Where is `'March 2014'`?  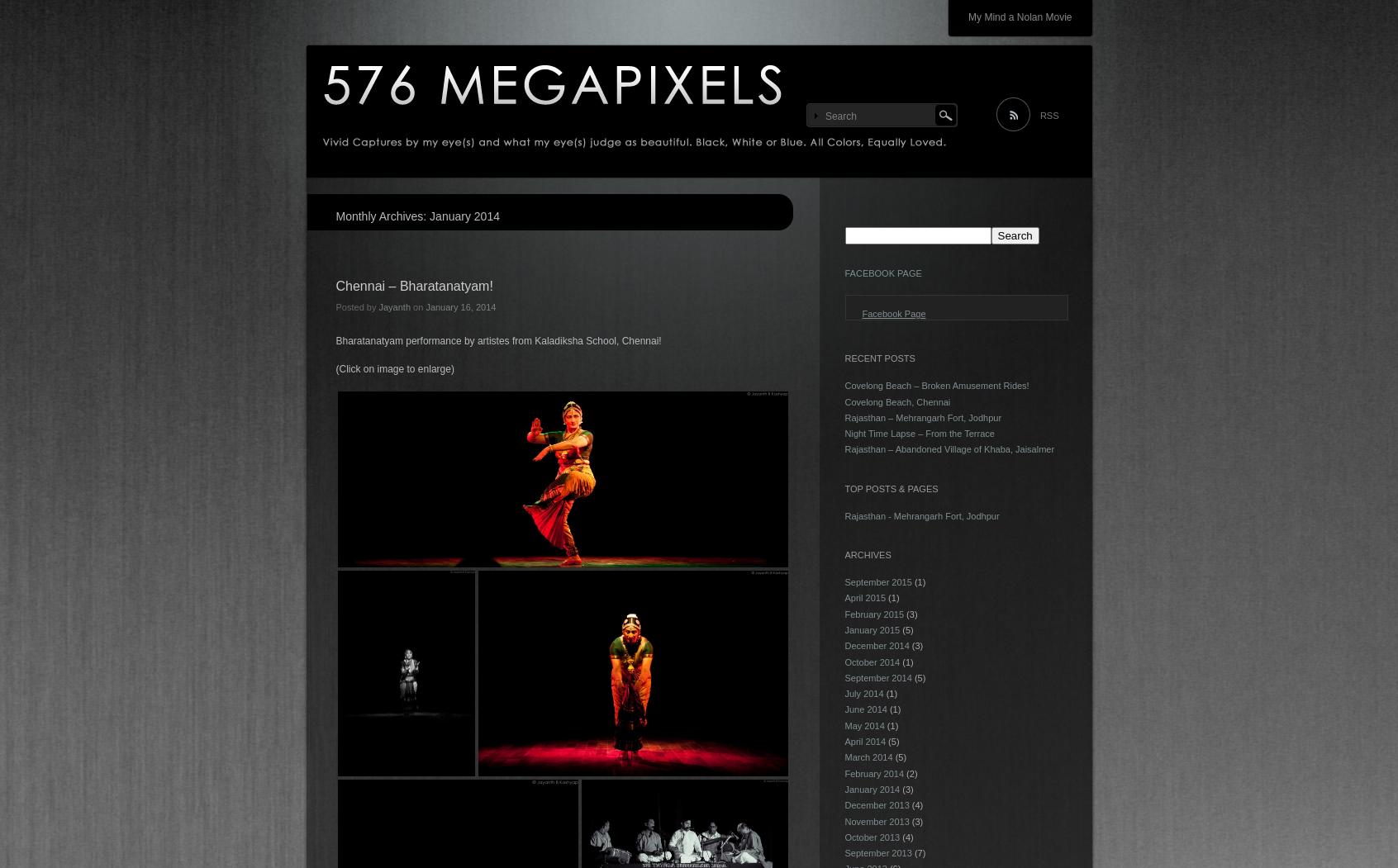
'March 2014' is located at coordinates (868, 757).